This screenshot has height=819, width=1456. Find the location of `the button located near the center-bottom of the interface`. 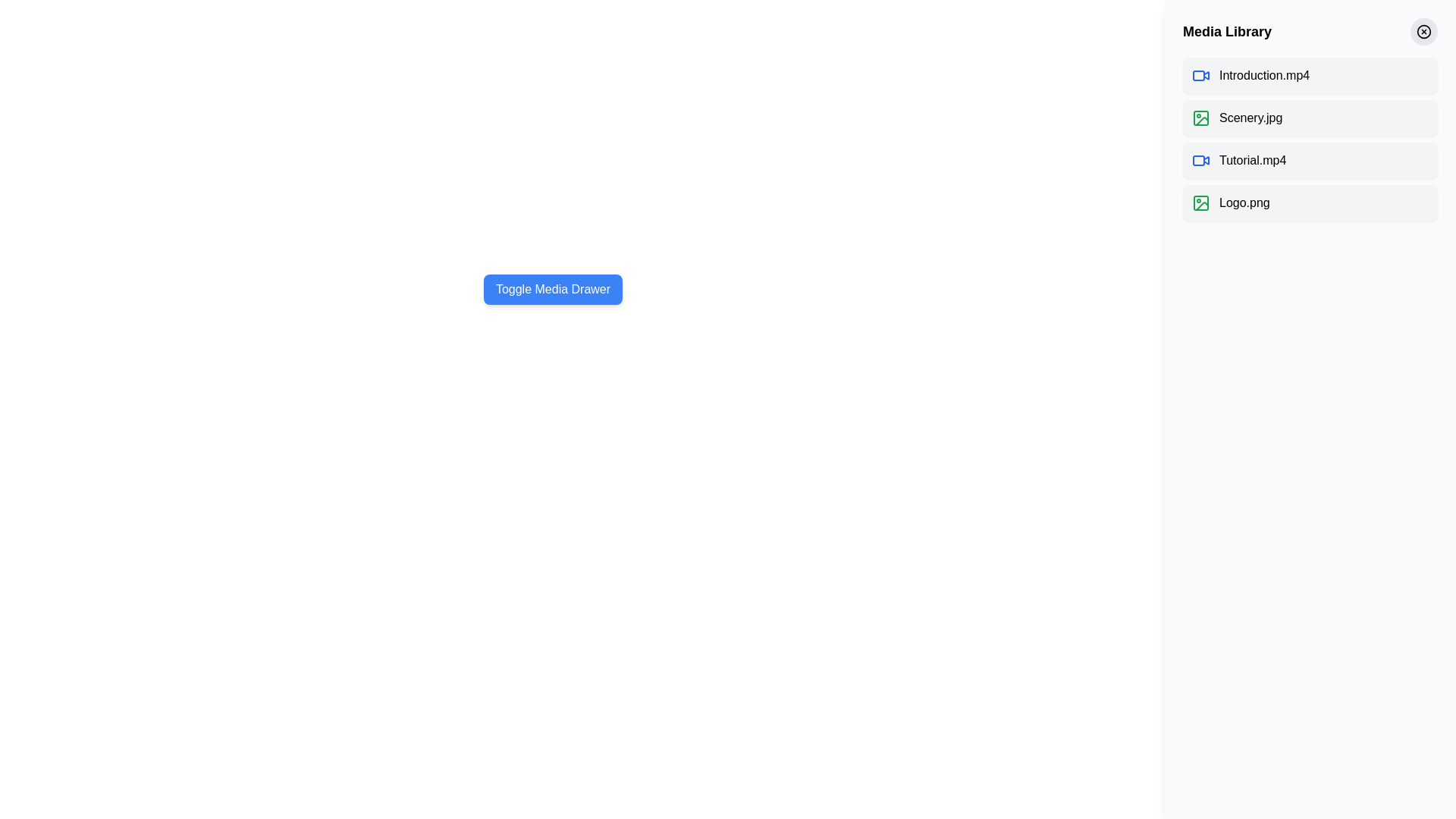

the button located near the center-bottom of the interface is located at coordinates (552, 289).